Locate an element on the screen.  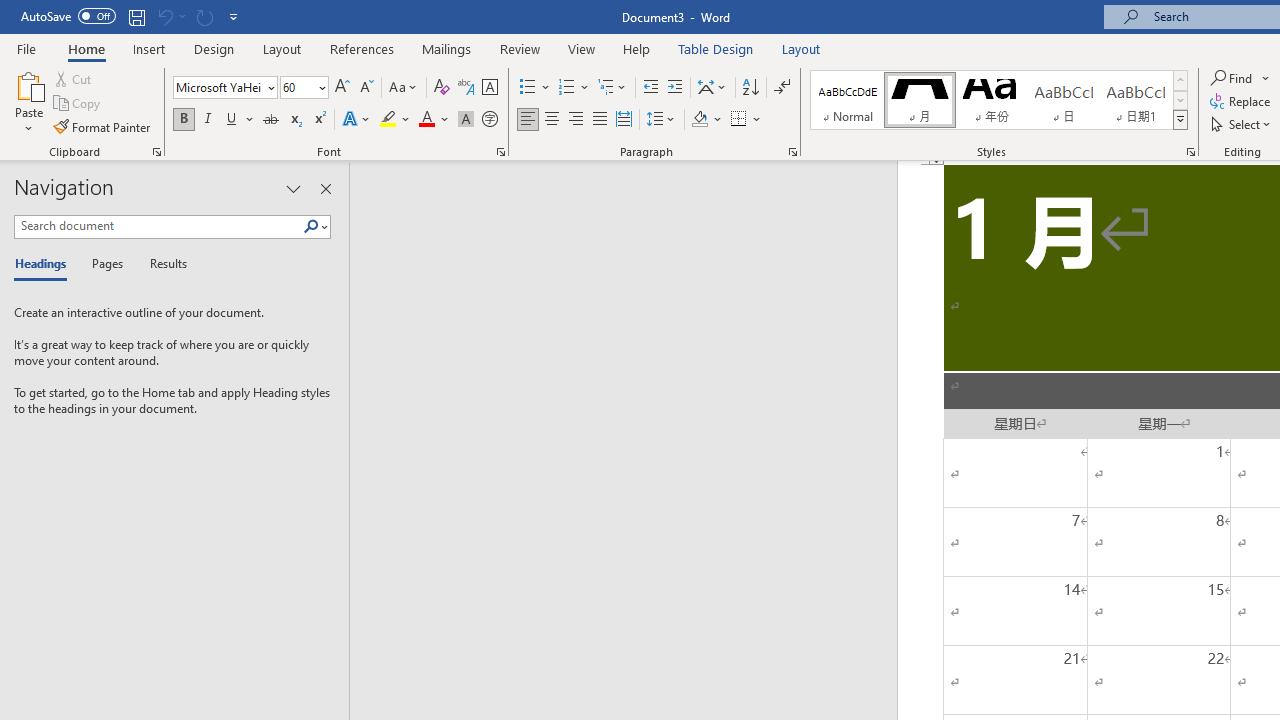
'Can' is located at coordinates (204, 16).